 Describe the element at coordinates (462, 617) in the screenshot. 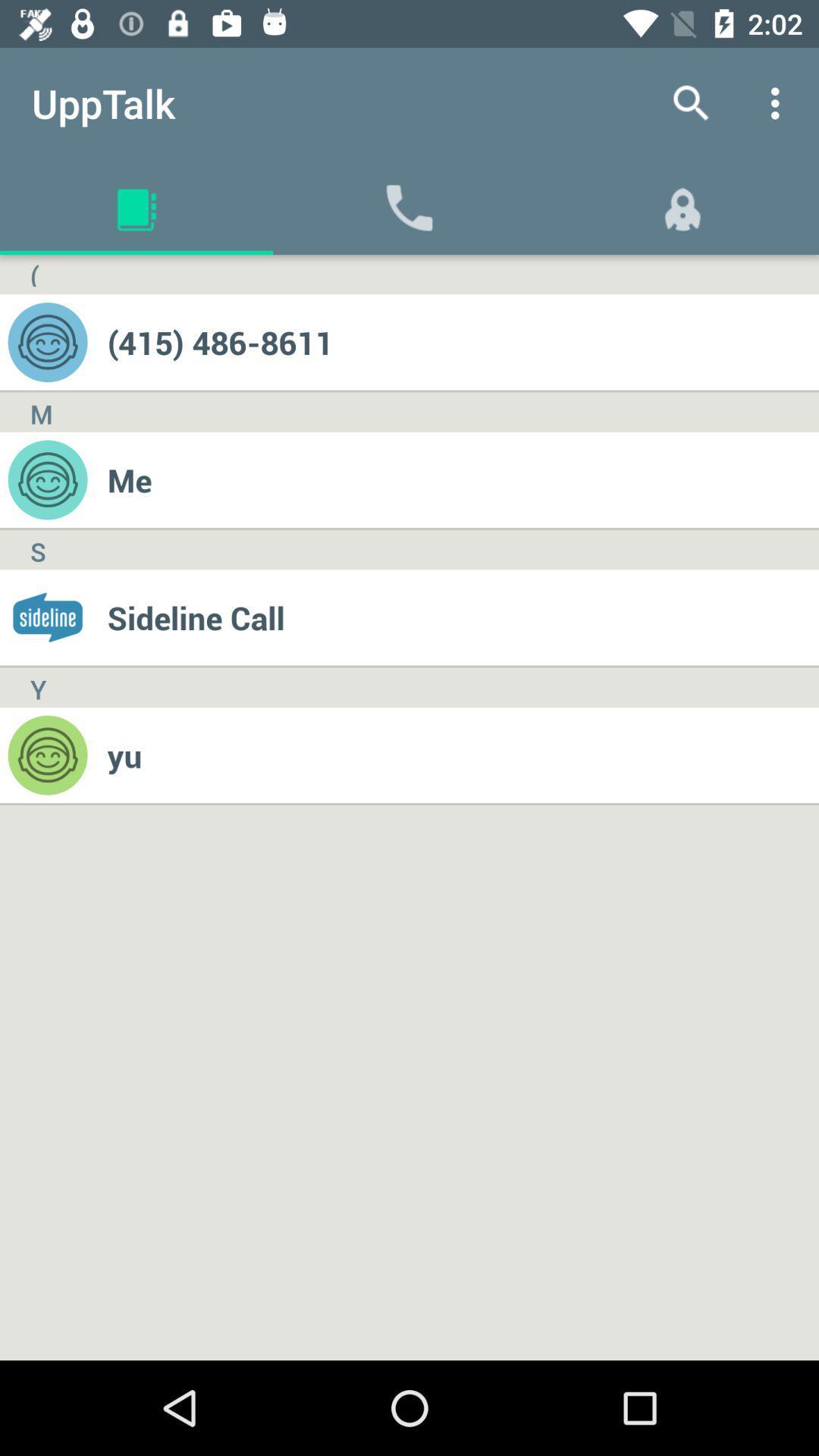

I see `the sideline call icon` at that location.